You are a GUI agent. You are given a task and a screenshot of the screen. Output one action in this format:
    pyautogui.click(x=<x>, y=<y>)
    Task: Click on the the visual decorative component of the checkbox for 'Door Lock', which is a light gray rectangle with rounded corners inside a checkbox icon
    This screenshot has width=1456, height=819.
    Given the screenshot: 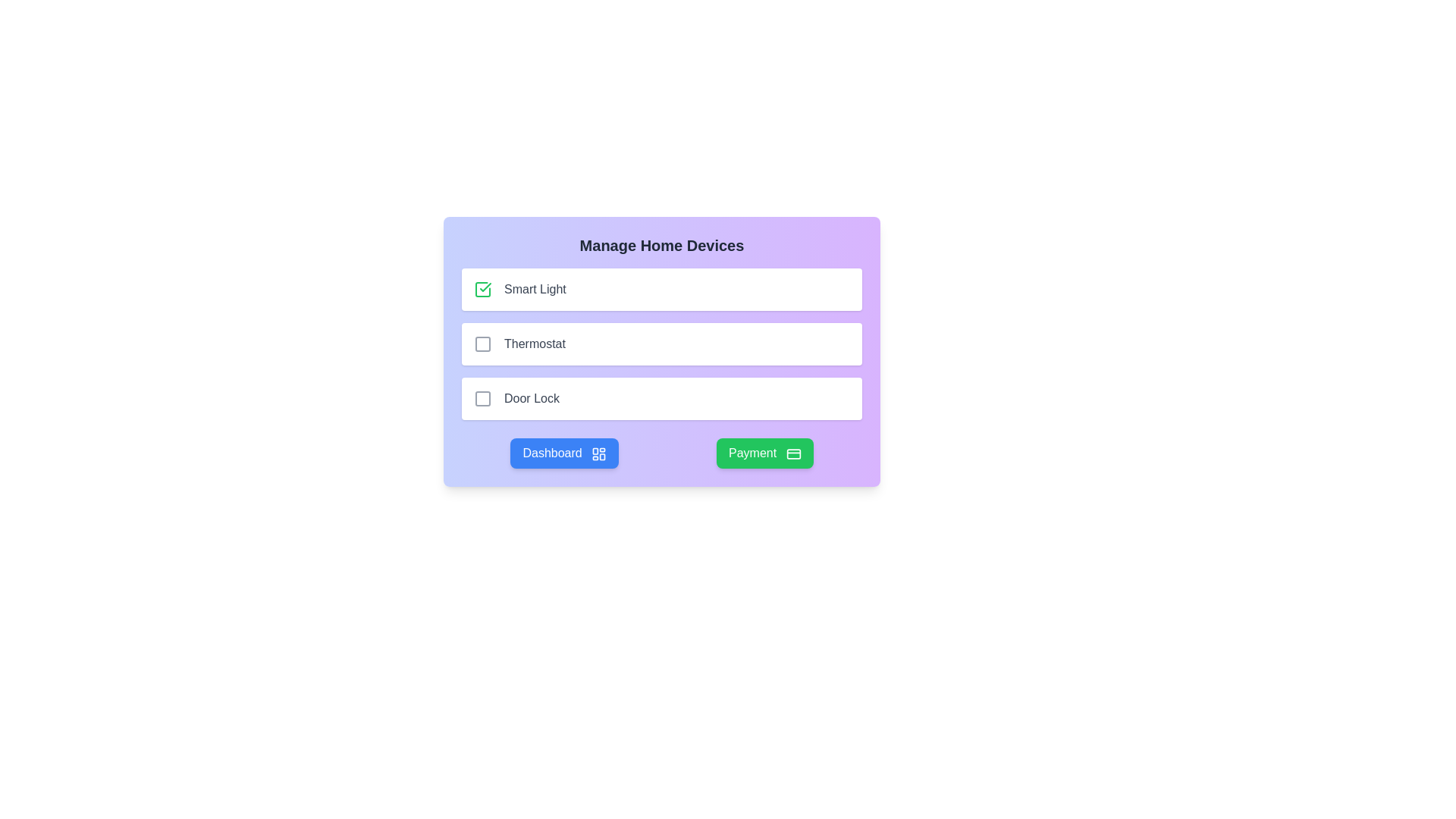 What is the action you would take?
    pyautogui.click(x=482, y=397)
    